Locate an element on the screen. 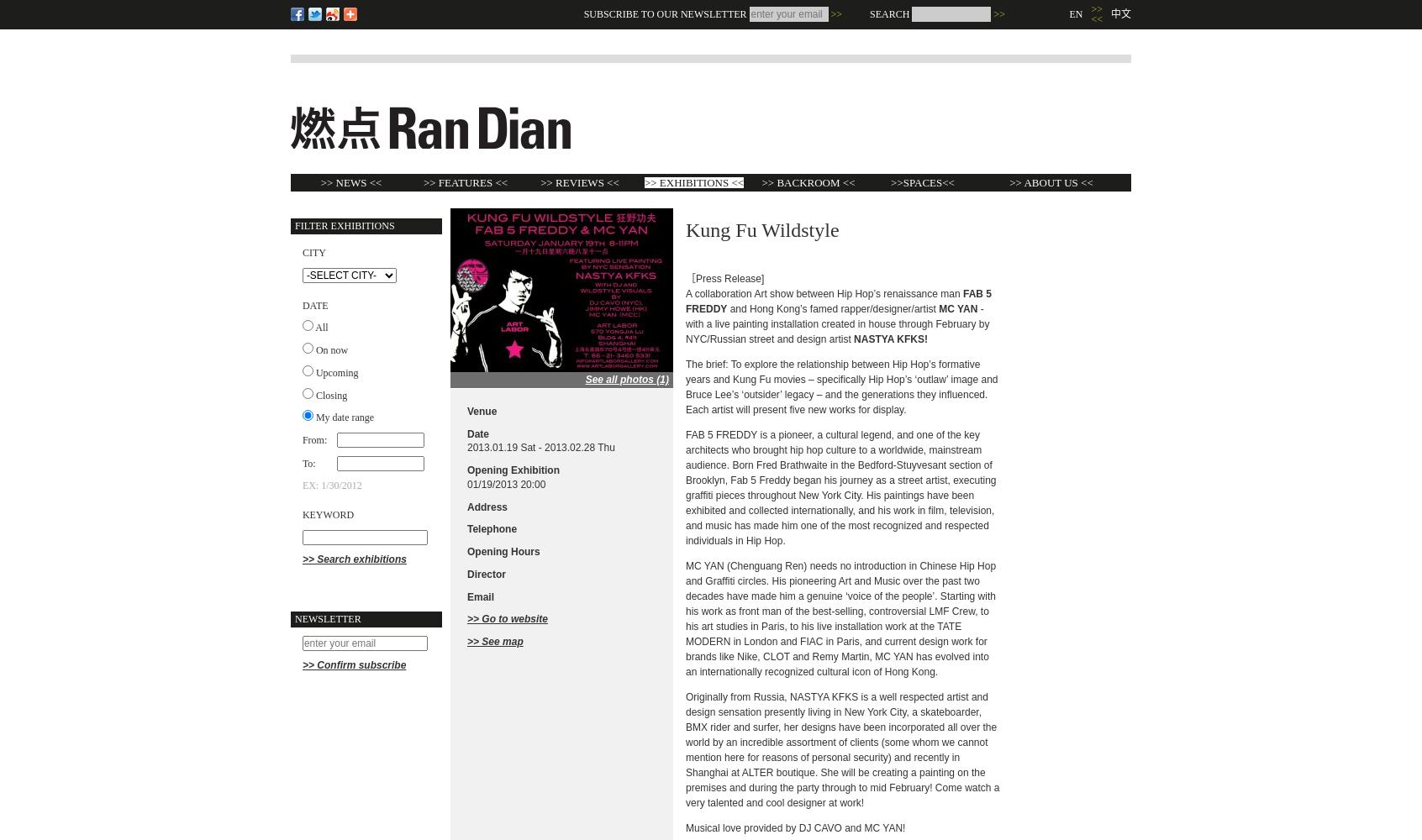 The image size is (1422, 840). 'See all photos (1)' is located at coordinates (626, 379).